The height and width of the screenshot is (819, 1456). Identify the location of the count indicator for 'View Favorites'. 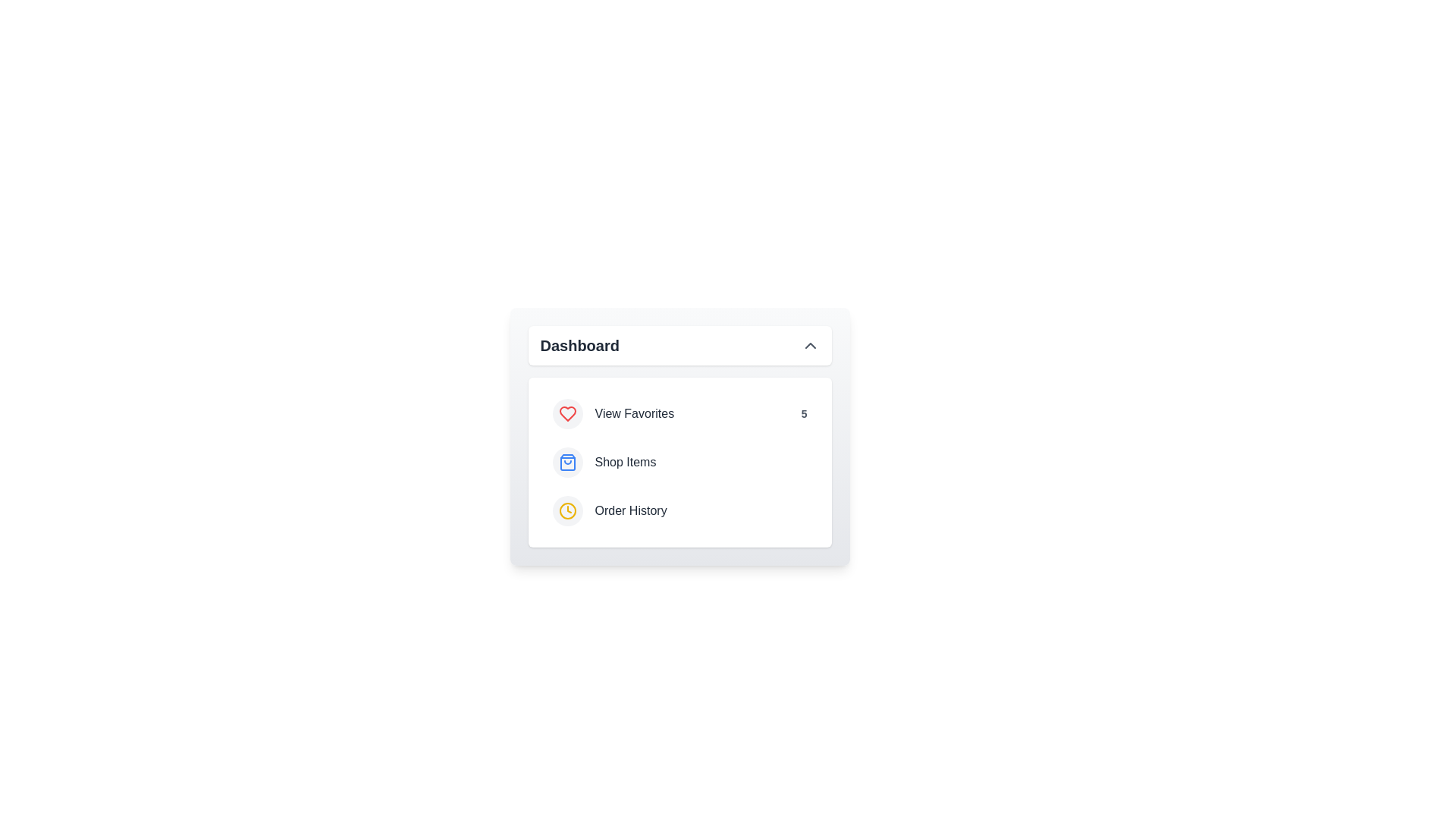
(803, 414).